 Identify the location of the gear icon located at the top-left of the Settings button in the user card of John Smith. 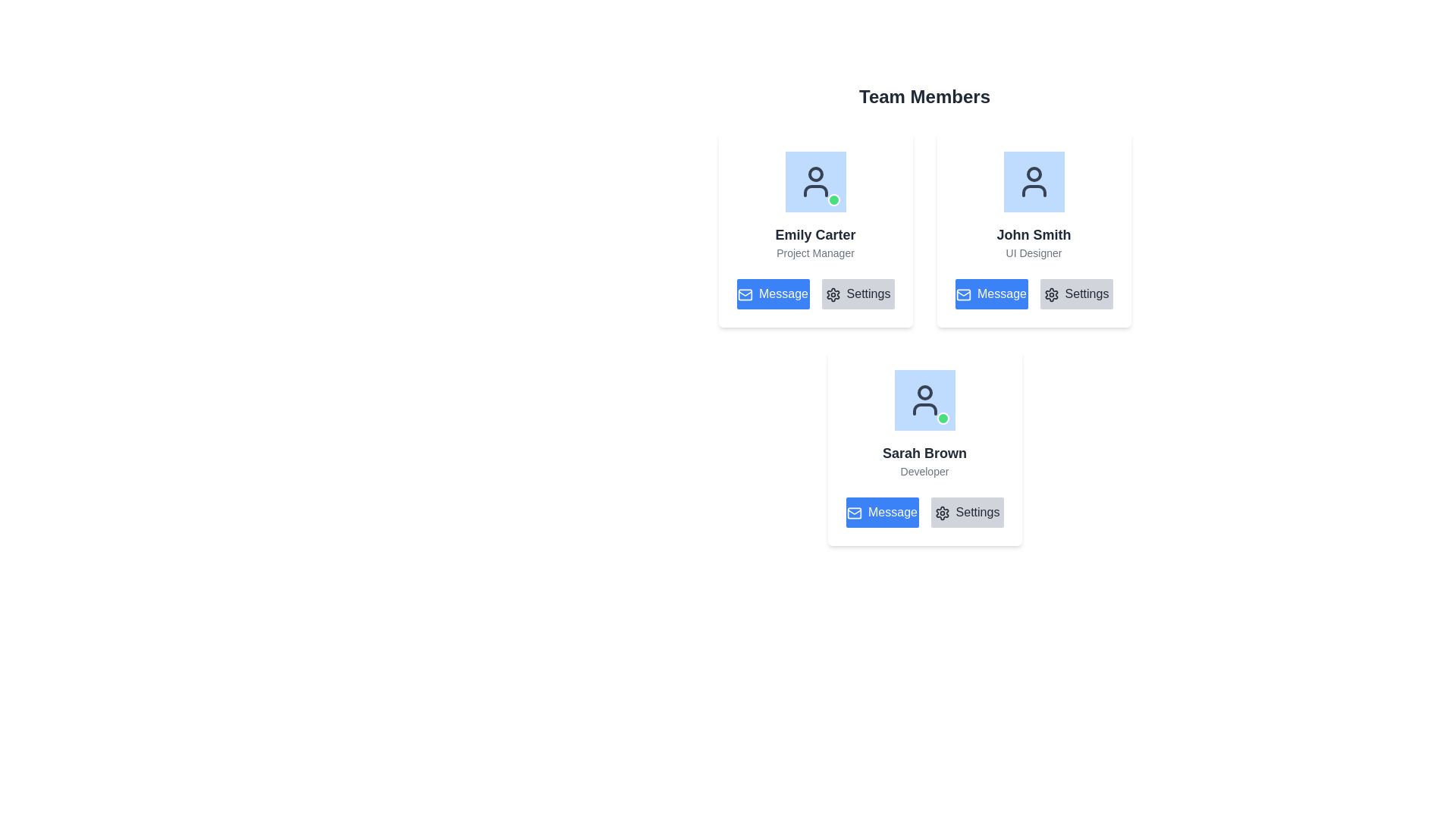
(1050, 294).